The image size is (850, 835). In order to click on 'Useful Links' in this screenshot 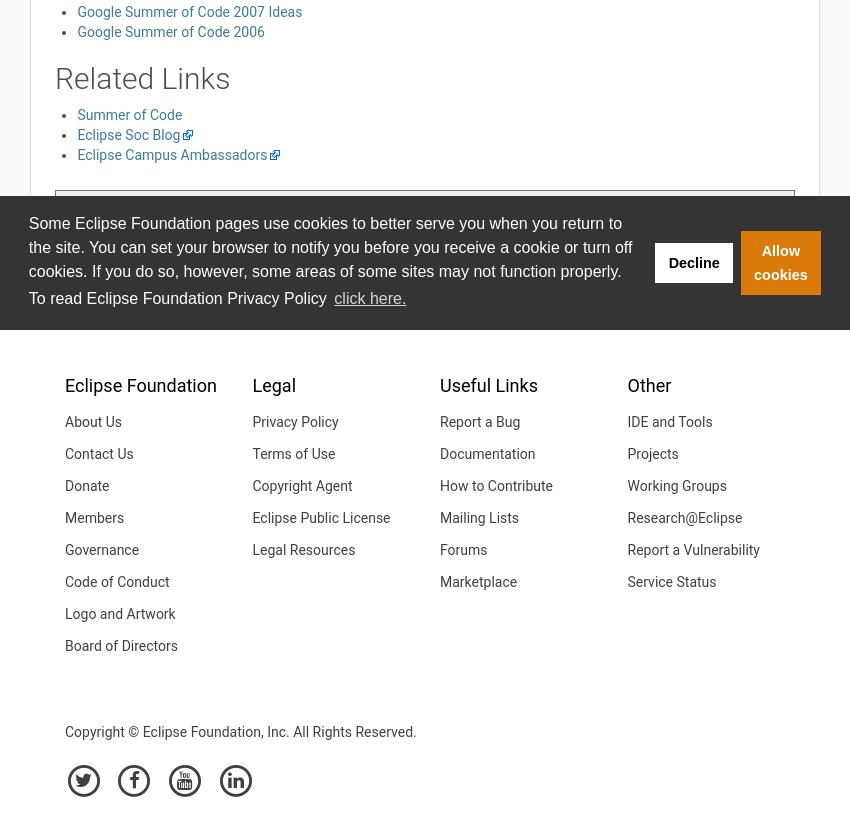, I will do `click(438, 384)`.